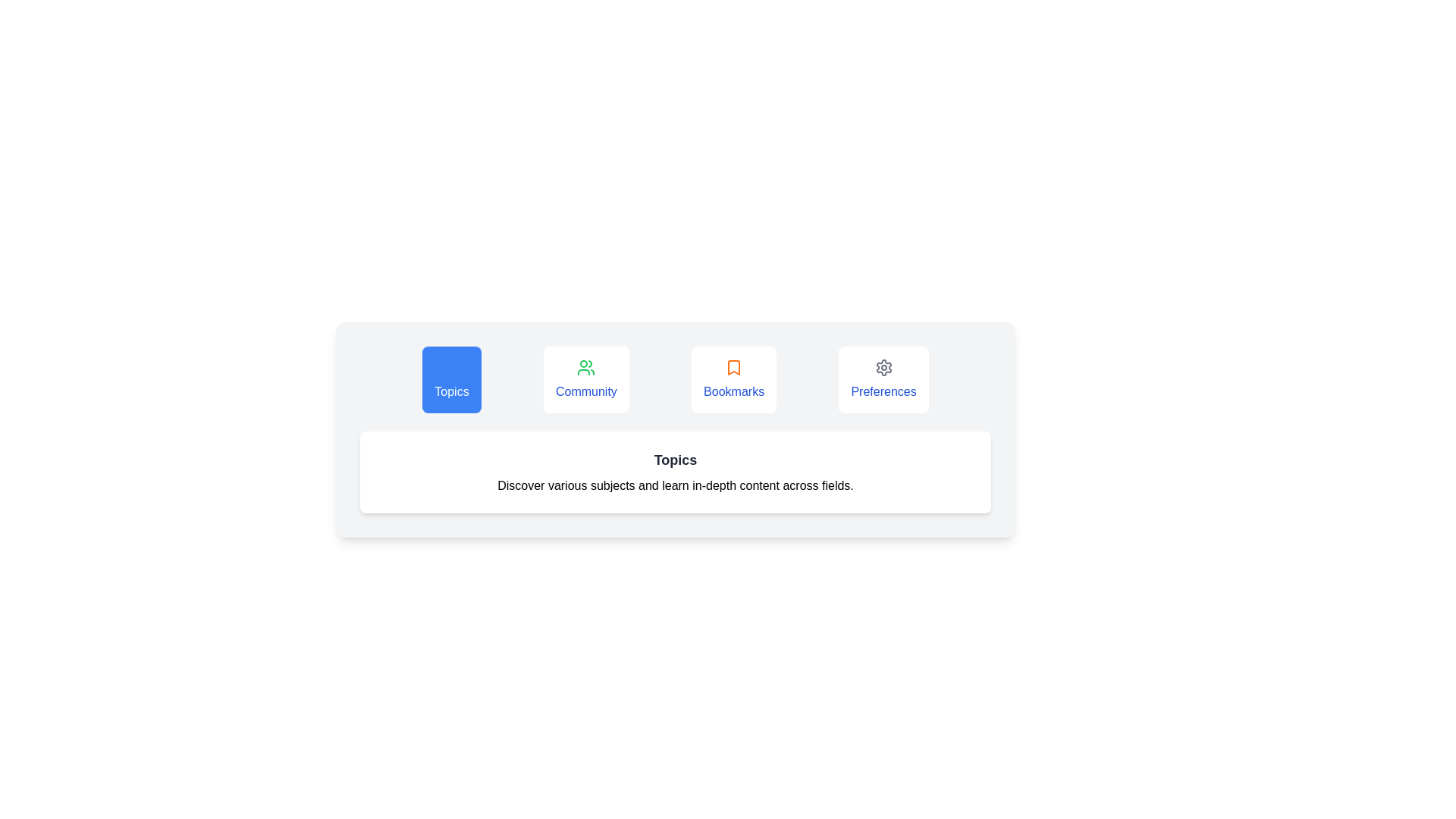 The height and width of the screenshot is (819, 1456). I want to click on the Community tab button to see its hover effect, so click(585, 379).